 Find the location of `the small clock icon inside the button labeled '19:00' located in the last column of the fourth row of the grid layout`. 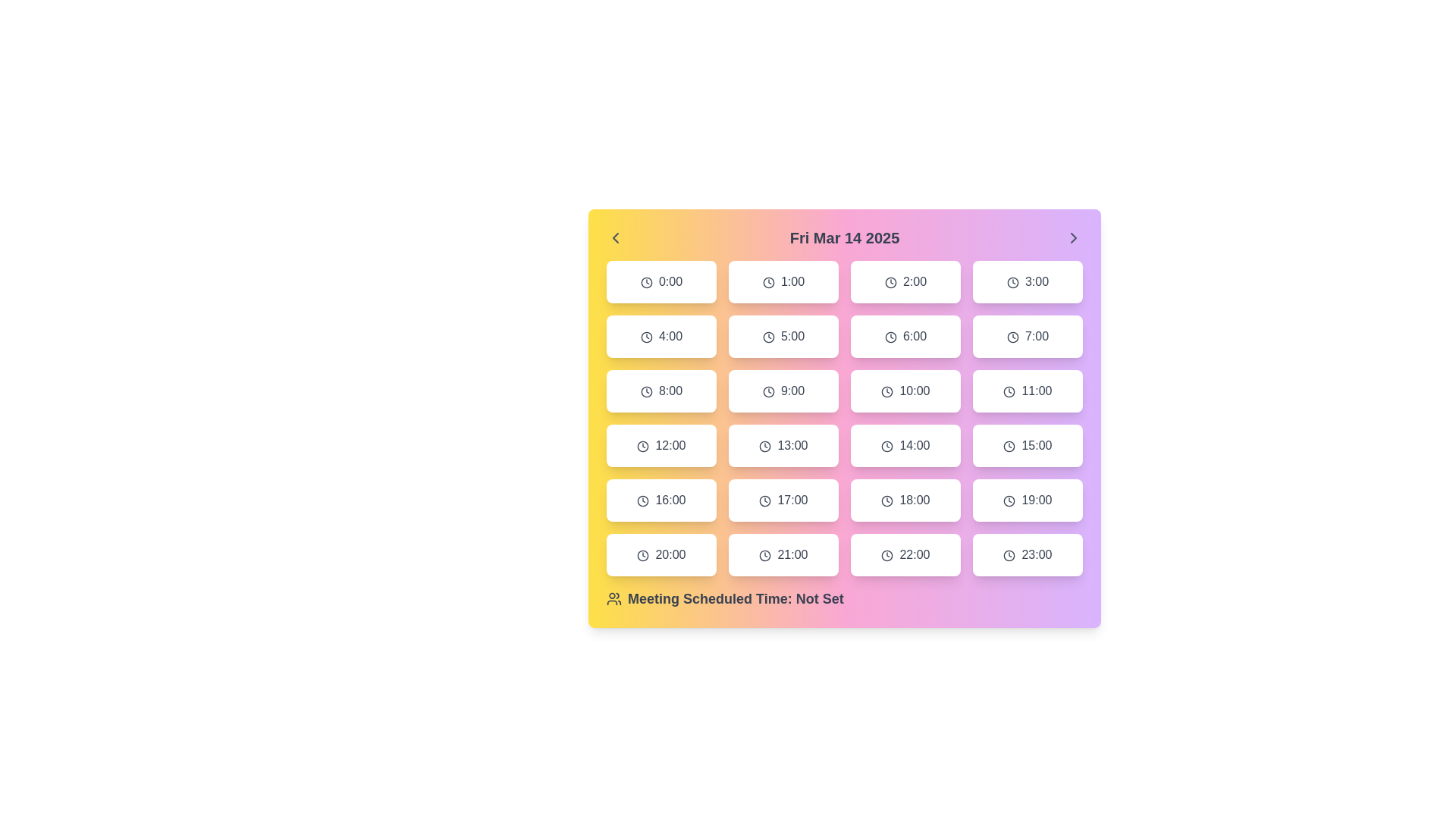

the small clock icon inside the button labeled '19:00' located in the last column of the fourth row of the grid layout is located at coordinates (1009, 500).